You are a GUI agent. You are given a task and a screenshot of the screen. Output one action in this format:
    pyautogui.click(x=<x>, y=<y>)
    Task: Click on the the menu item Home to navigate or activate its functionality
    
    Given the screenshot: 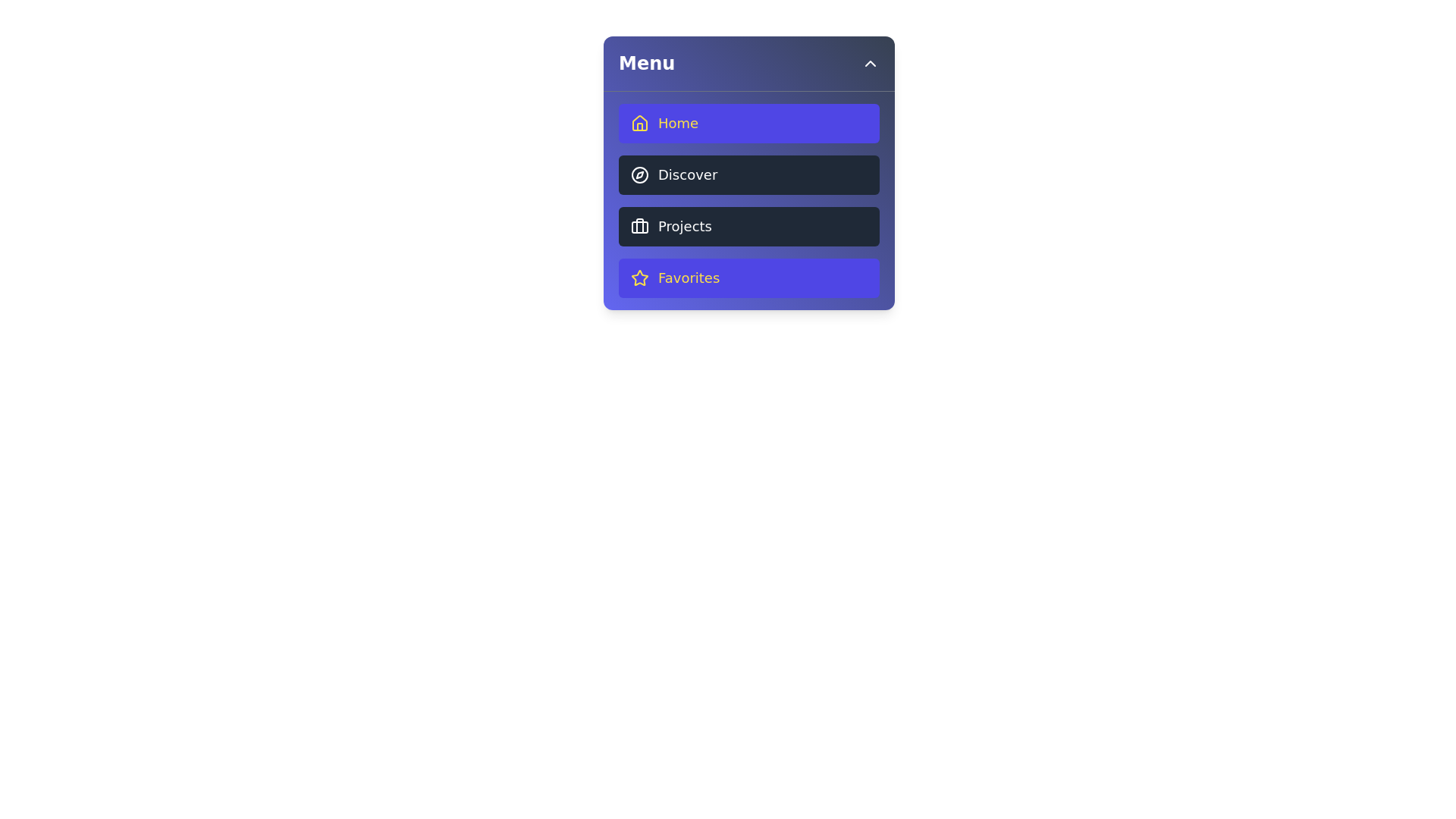 What is the action you would take?
    pyautogui.click(x=749, y=122)
    